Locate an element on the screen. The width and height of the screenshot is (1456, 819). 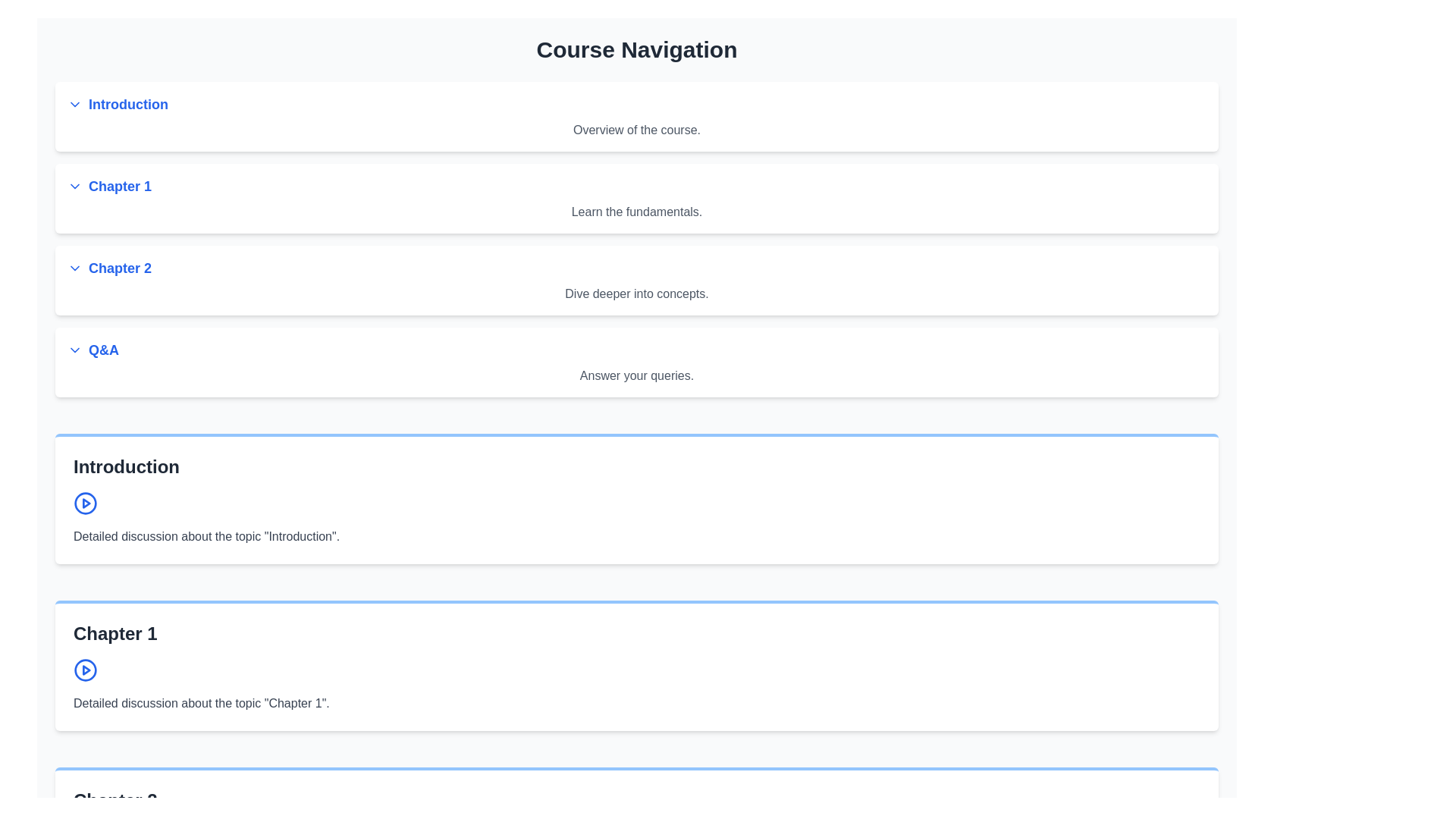
the Q&A icon is located at coordinates (74, 350).